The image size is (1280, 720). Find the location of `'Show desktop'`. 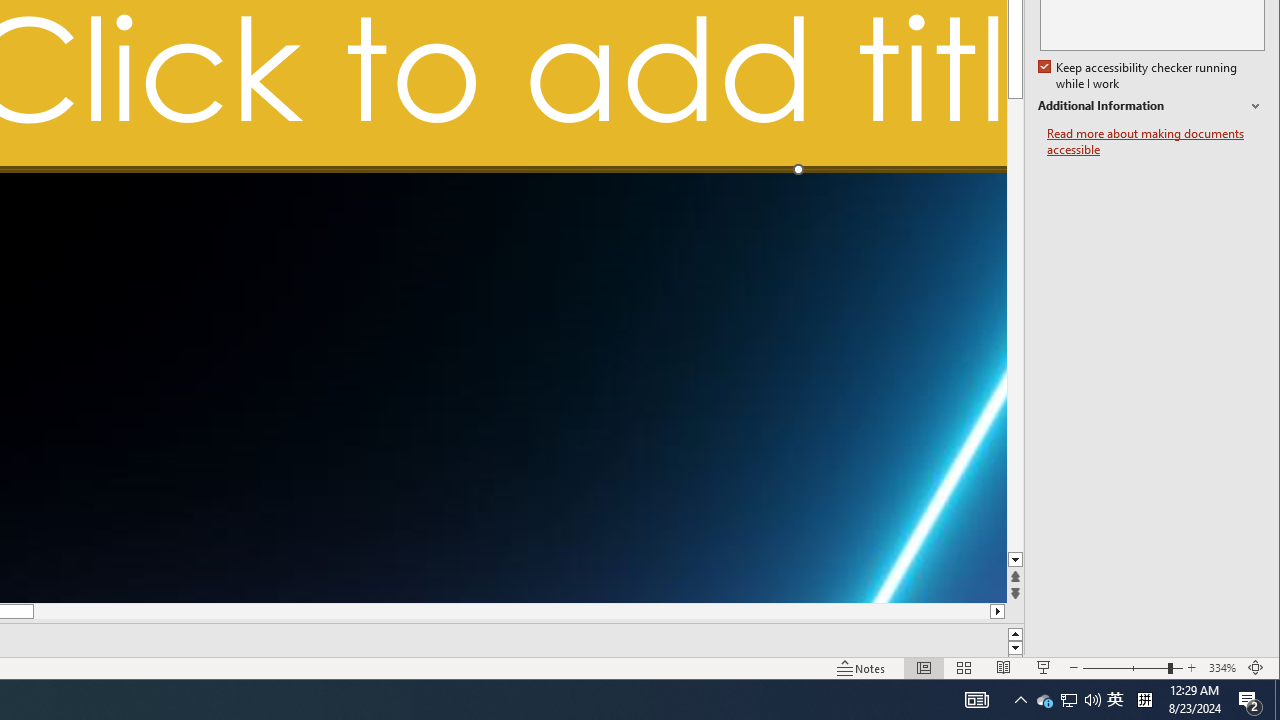

'Show desktop' is located at coordinates (1276, 698).